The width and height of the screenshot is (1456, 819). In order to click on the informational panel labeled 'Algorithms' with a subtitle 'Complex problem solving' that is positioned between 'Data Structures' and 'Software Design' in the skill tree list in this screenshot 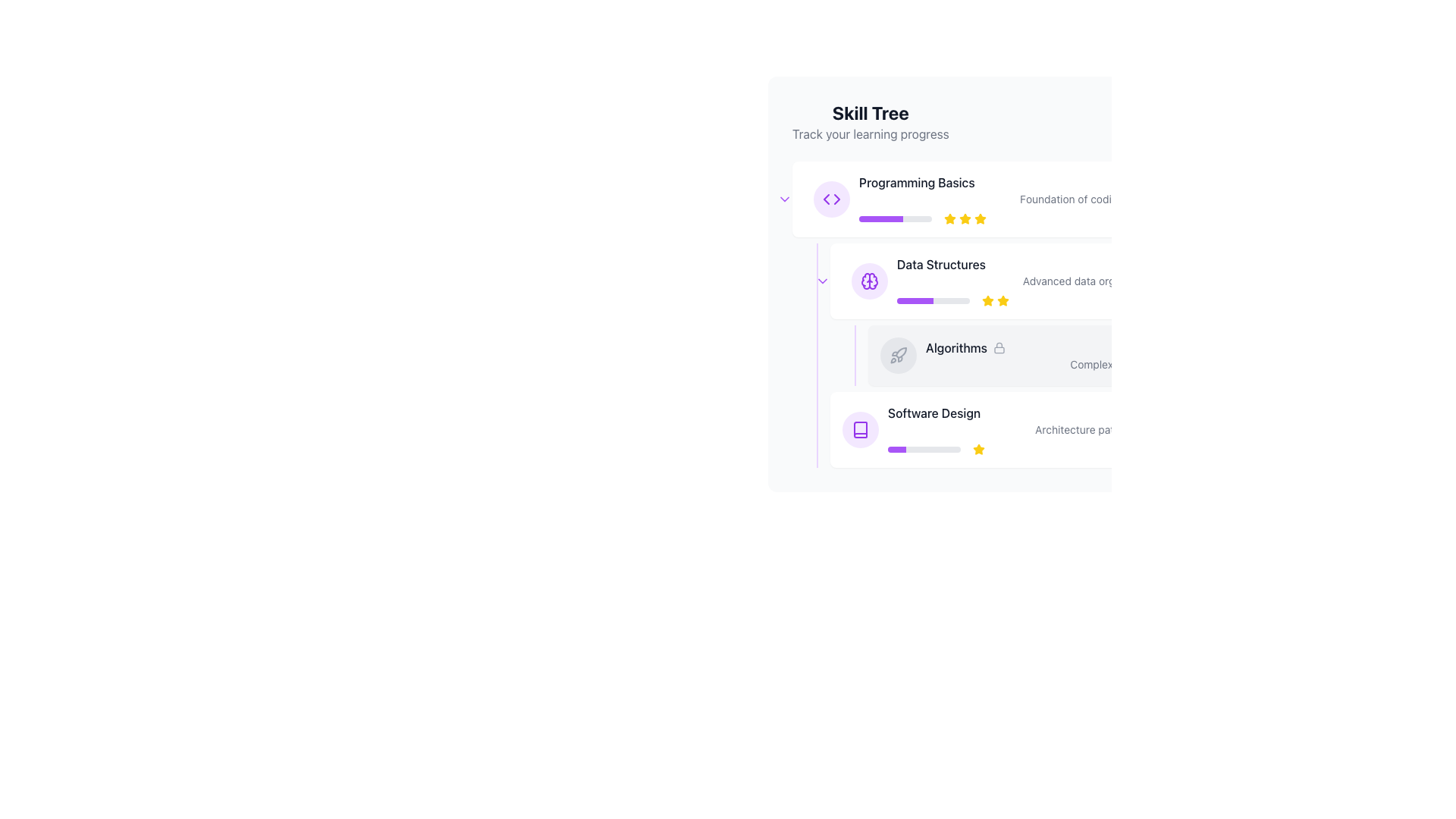, I will do `click(1090, 314)`.